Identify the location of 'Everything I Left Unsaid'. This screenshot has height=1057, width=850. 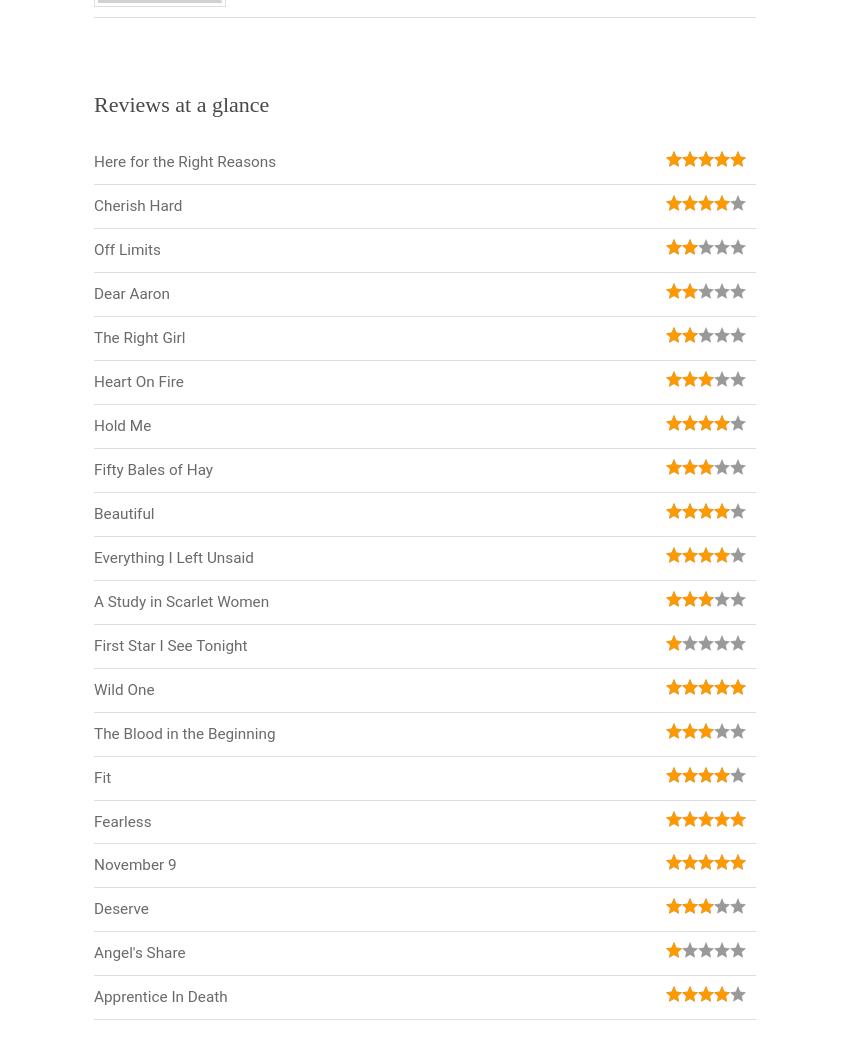
(172, 556).